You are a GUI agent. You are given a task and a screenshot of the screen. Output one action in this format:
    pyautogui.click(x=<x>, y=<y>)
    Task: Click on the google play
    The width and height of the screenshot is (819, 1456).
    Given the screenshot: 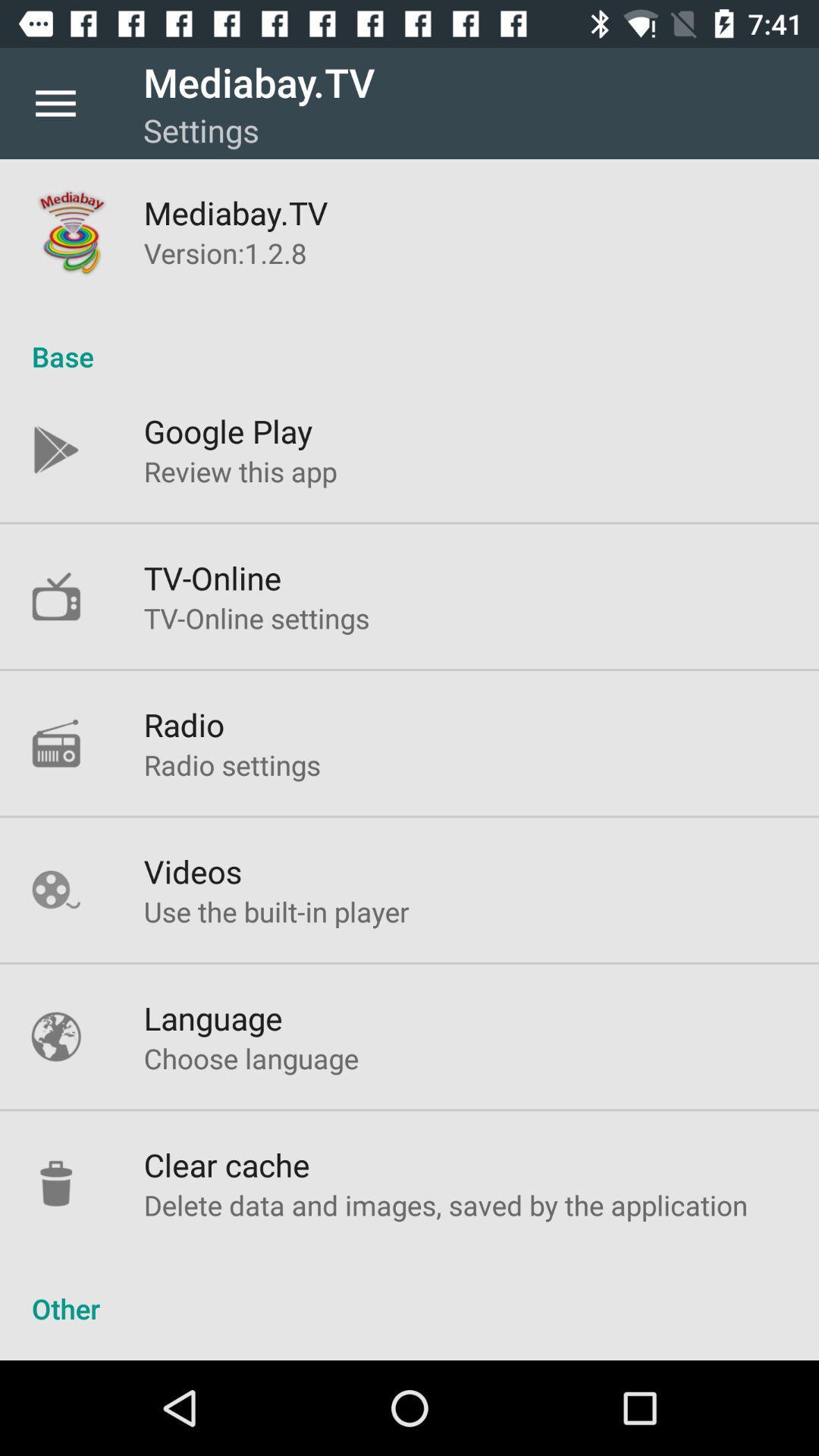 What is the action you would take?
    pyautogui.click(x=228, y=430)
    